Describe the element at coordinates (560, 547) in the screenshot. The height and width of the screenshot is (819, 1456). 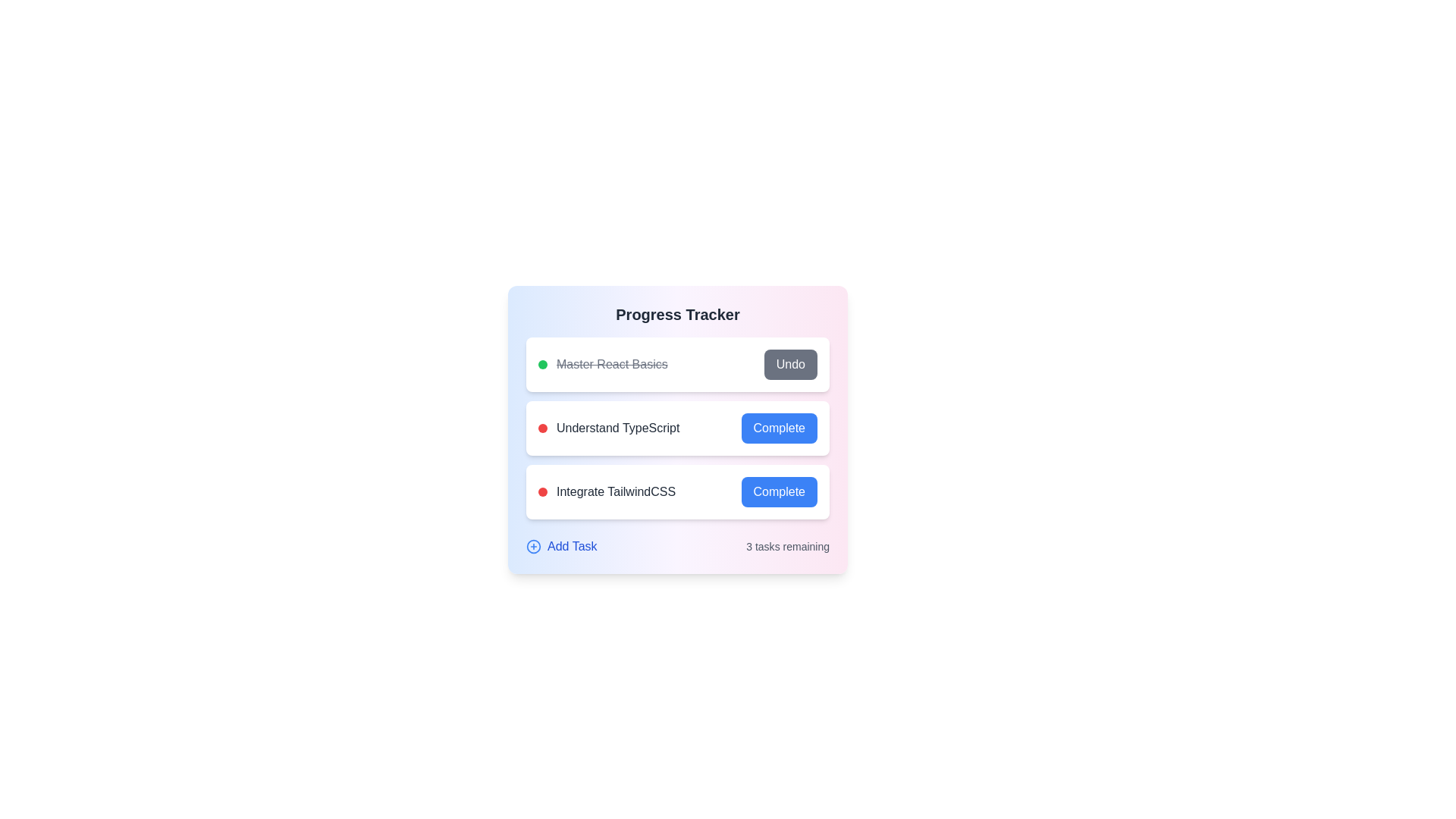
I see `the 'Add Task' button, which features a circular plus sign icon and bold blue text, located in the bottom-left section of the Progress Tracker interface` at that location.